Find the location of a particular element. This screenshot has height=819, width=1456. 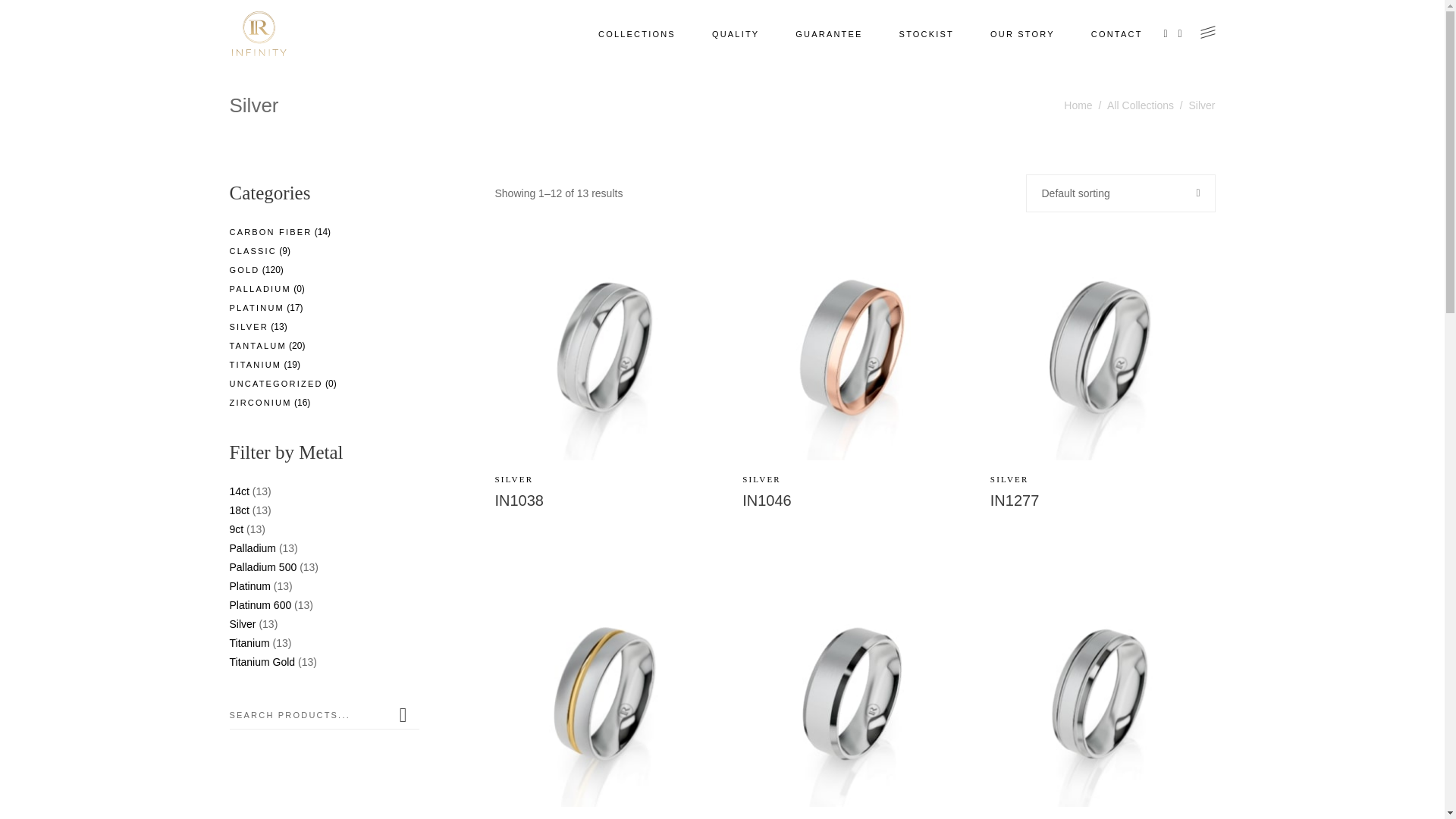

'PALLADIUM' is located at coordinates (259, 289).